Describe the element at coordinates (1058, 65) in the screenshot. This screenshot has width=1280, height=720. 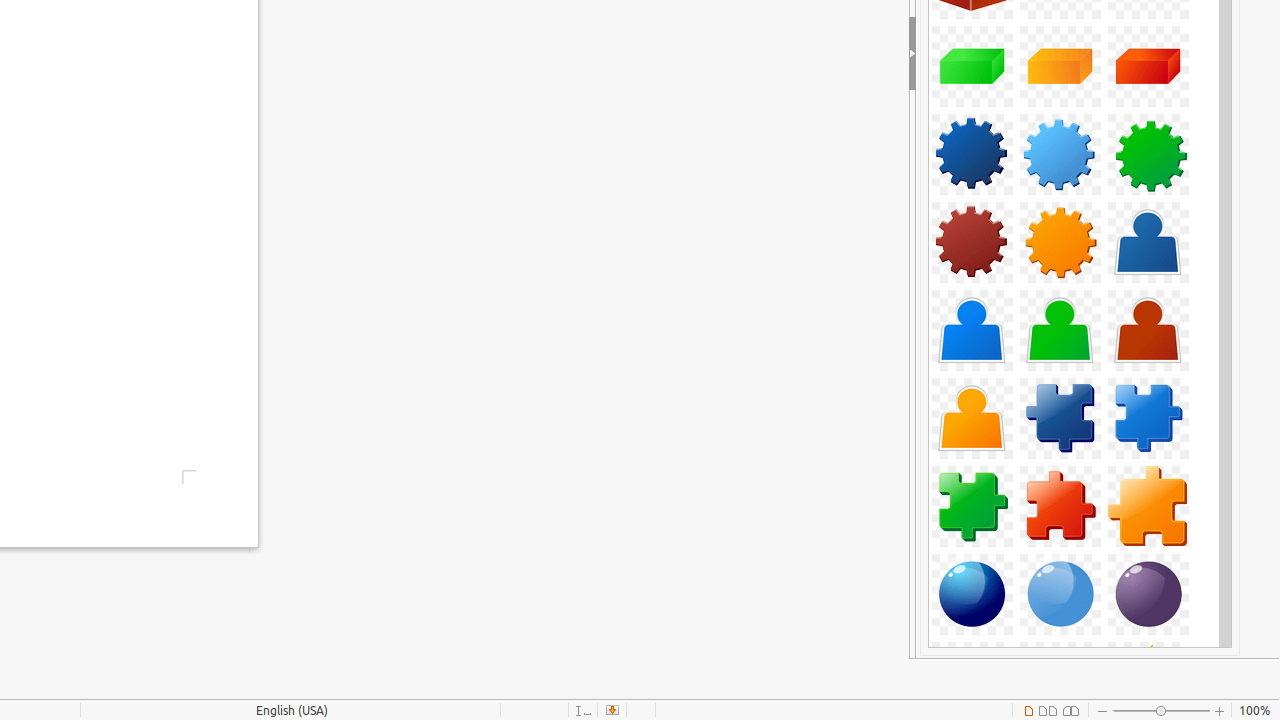
I see `'Component-Cuboid04-Orange'` at that location.